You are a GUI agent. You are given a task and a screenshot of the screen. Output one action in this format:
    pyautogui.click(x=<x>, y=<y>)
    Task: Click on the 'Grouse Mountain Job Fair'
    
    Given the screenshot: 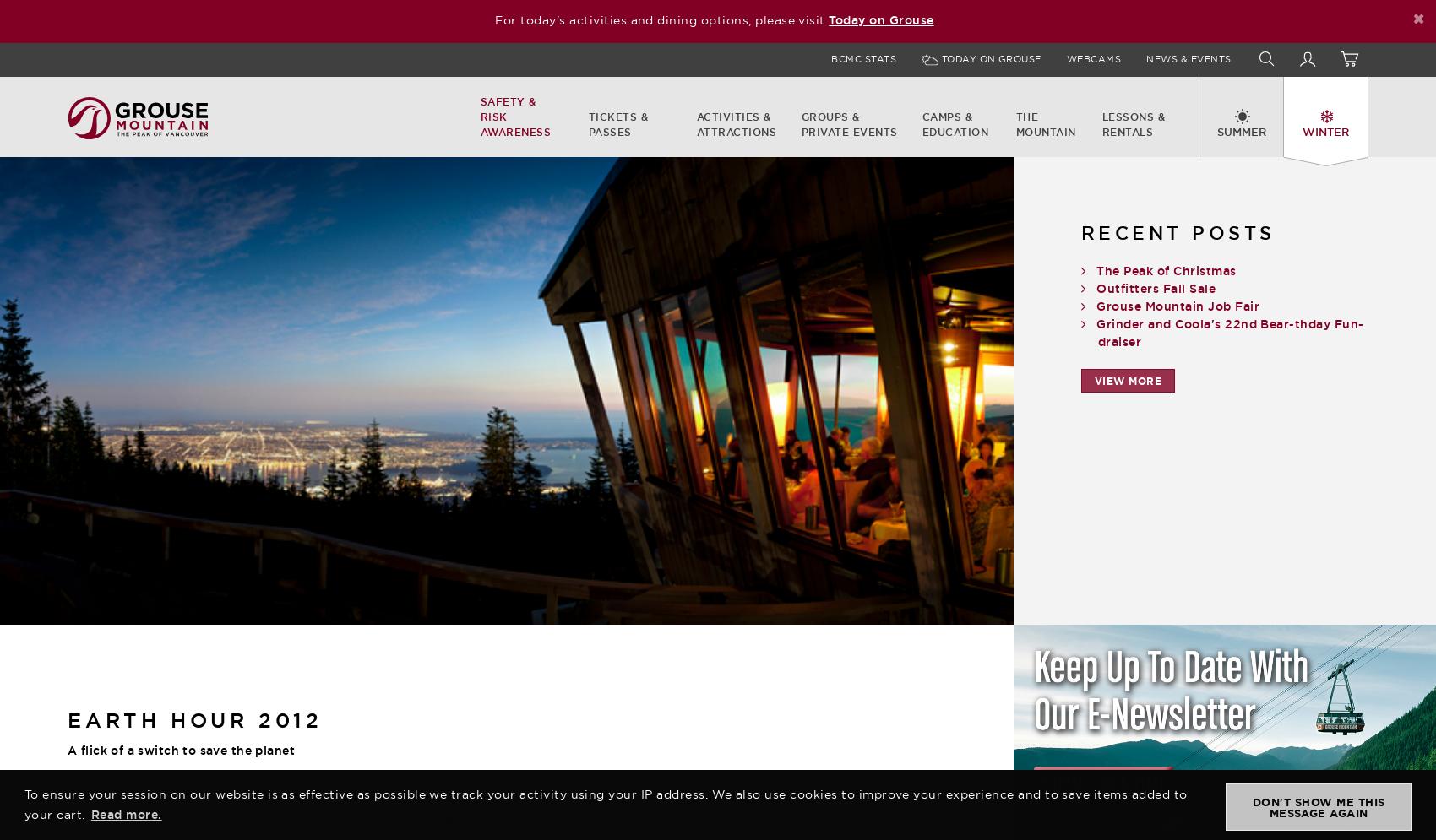 What is the action you would take?
    pyautogui.click(x=1177, y=306)
    